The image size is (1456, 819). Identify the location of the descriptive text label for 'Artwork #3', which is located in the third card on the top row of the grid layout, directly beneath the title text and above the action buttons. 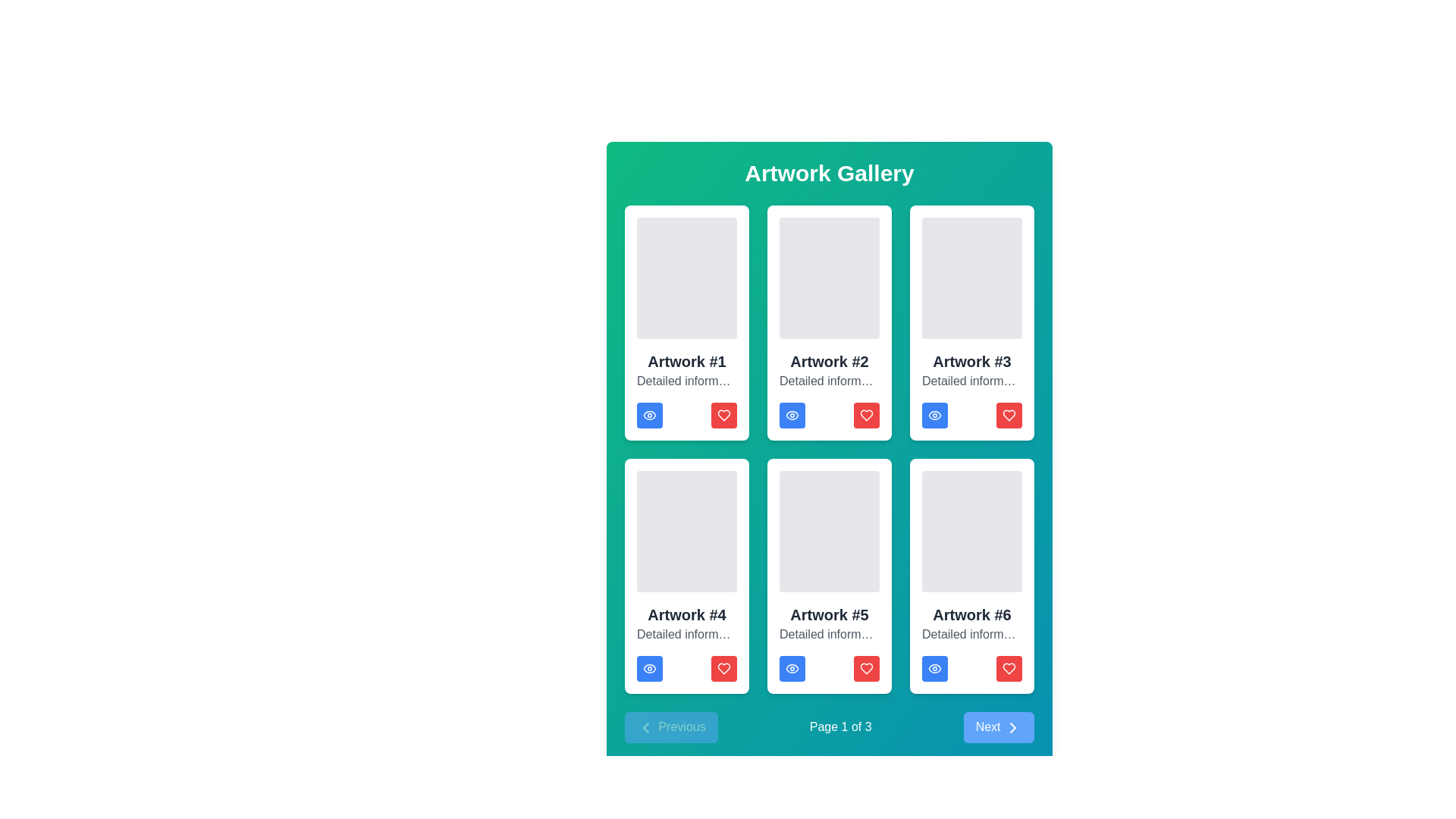
(971, 380).